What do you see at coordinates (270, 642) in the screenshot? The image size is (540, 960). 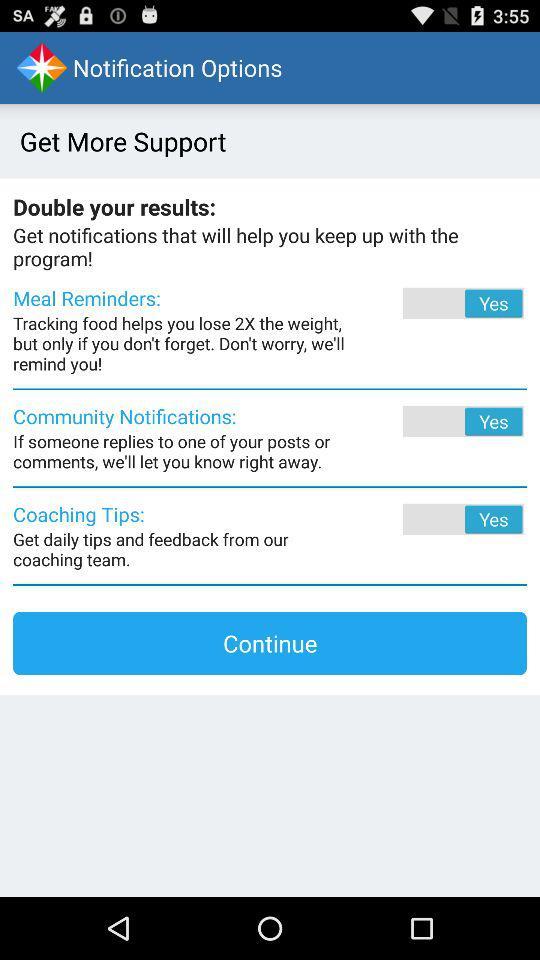 I see `continue icon` at bounding box center [270, 642].